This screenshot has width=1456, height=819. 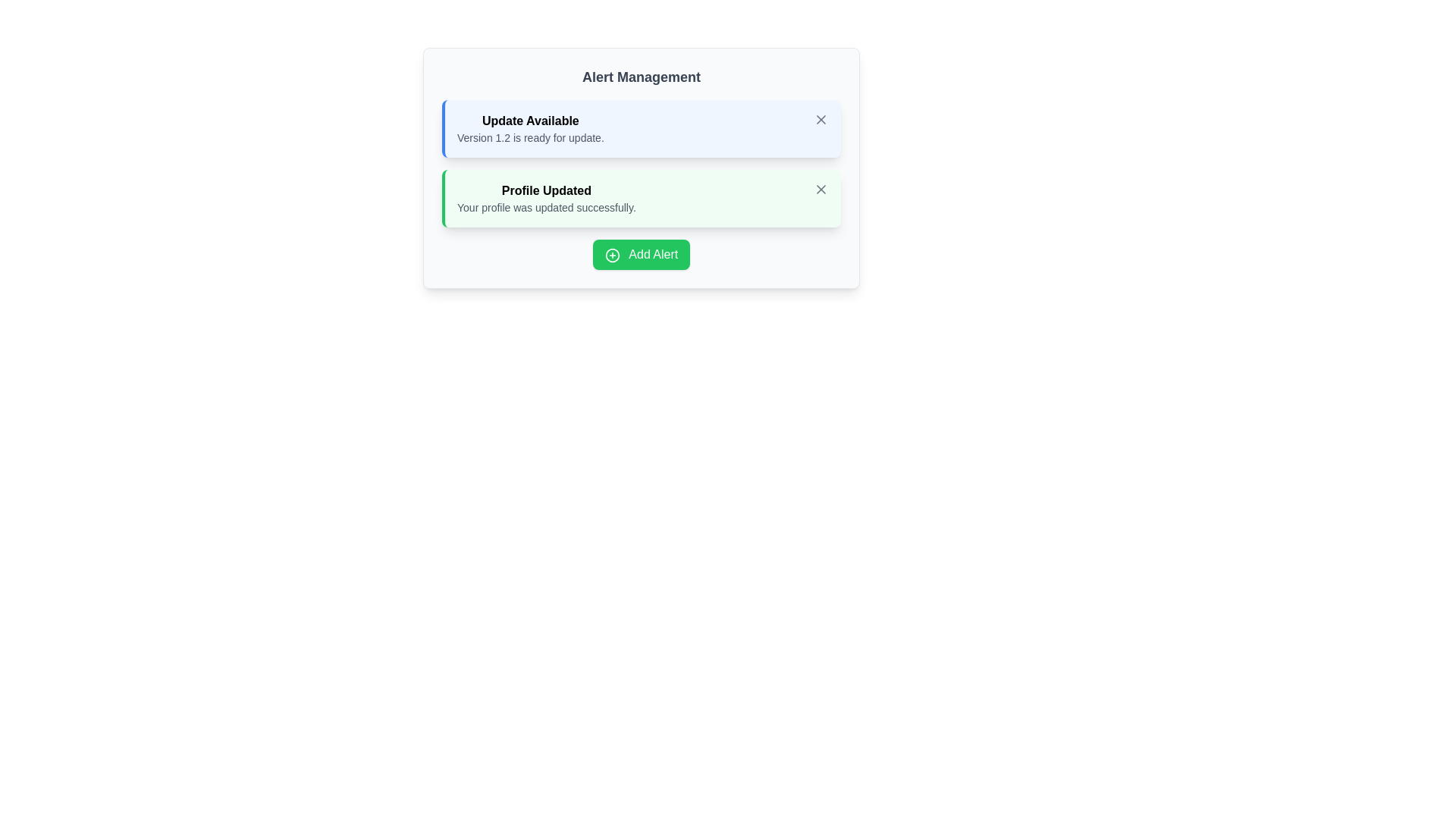 What do you see at coordinates (821, 189) in the screenshot?
I see `the close button (dismiss icon) located in the center-right of the alert titled 'Profile Updated'` at bounding box center [821, 189].